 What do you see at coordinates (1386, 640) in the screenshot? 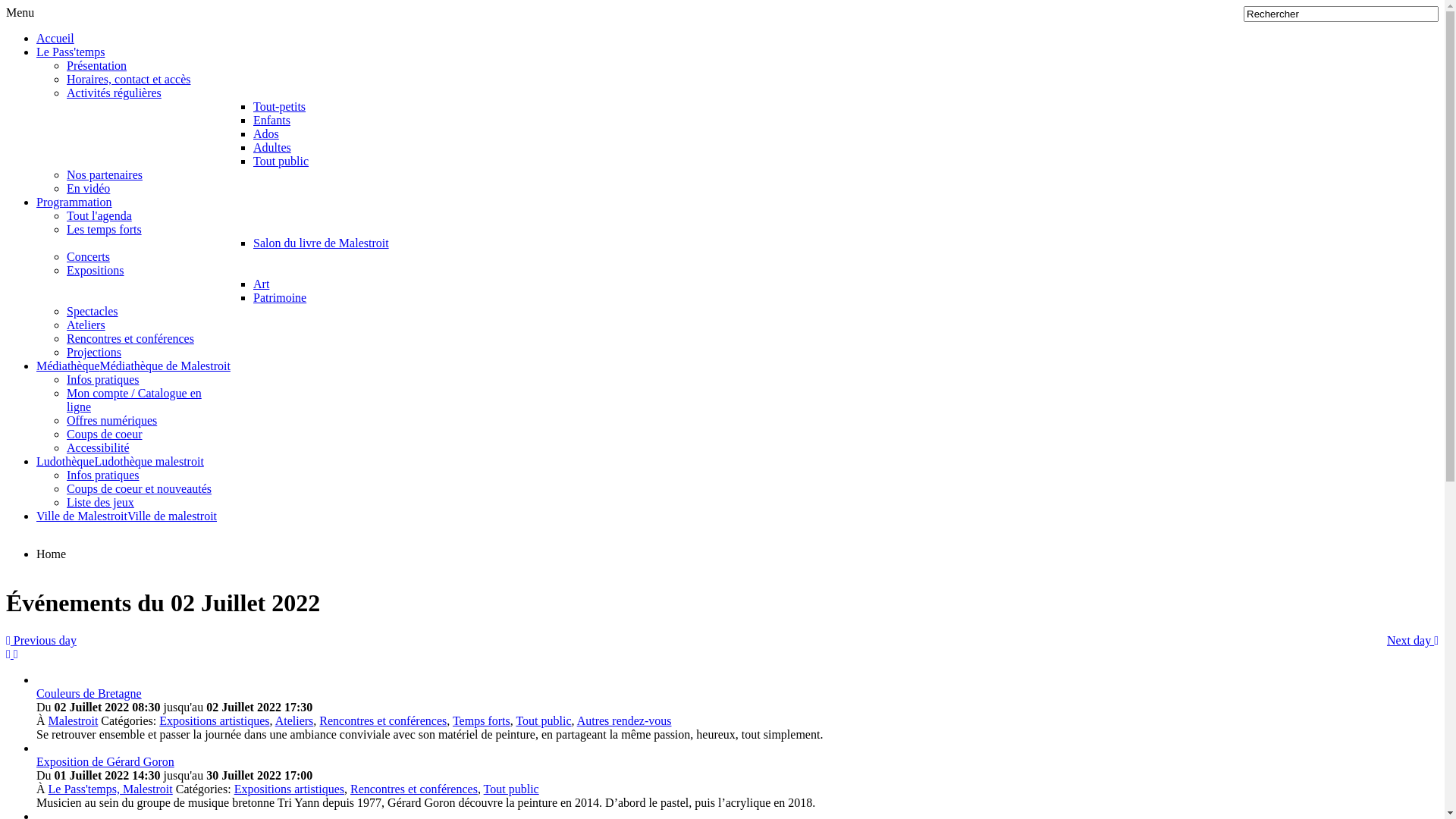
I see `'Next day'` at bounding box center [1386, 640].